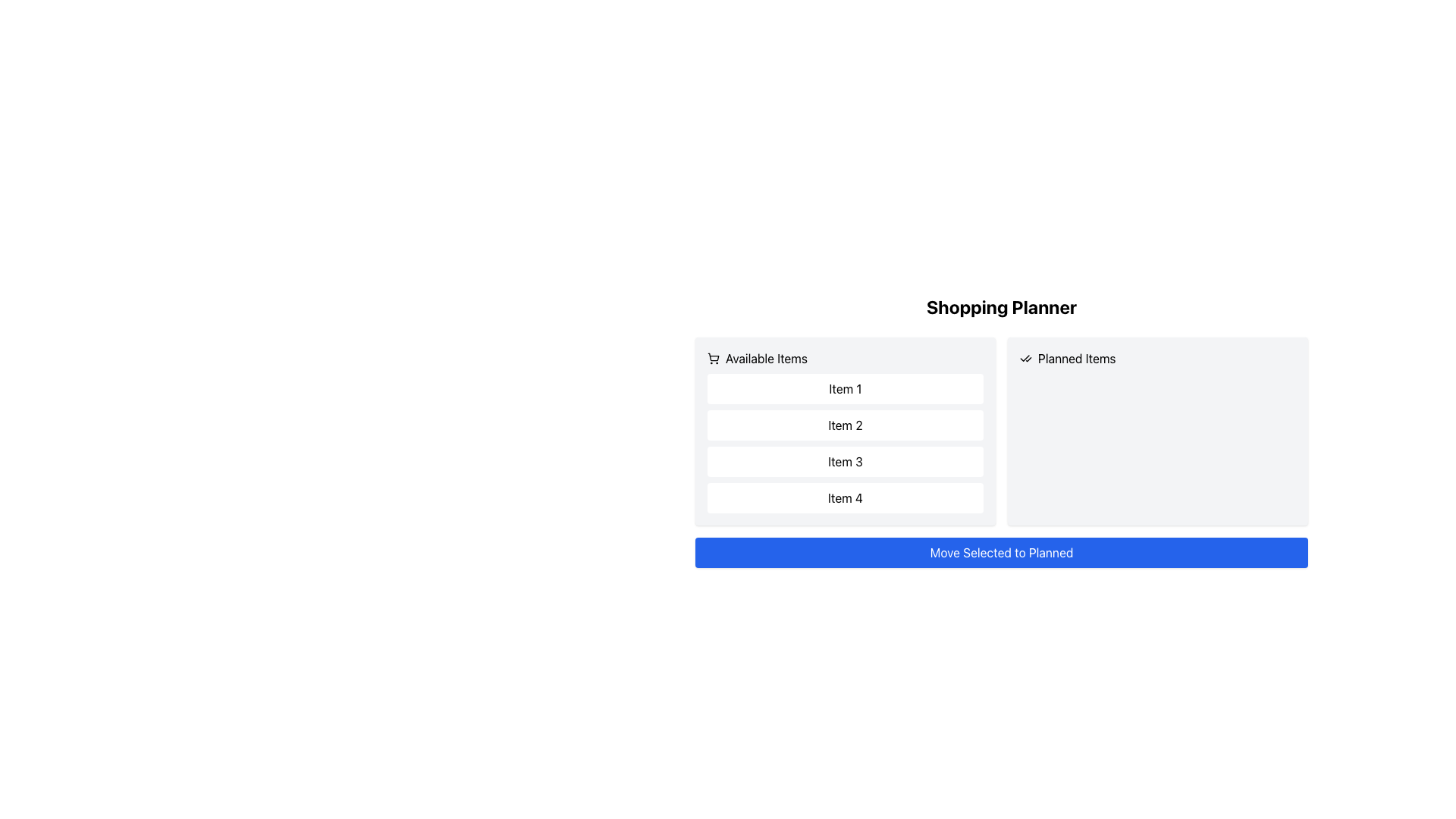 The height and width of the screenshot is (819, 1456). I want to click on the 'Shopping Planner' title text label, which is located at the top-center of the layout, above other elements, so click(1001, 307).